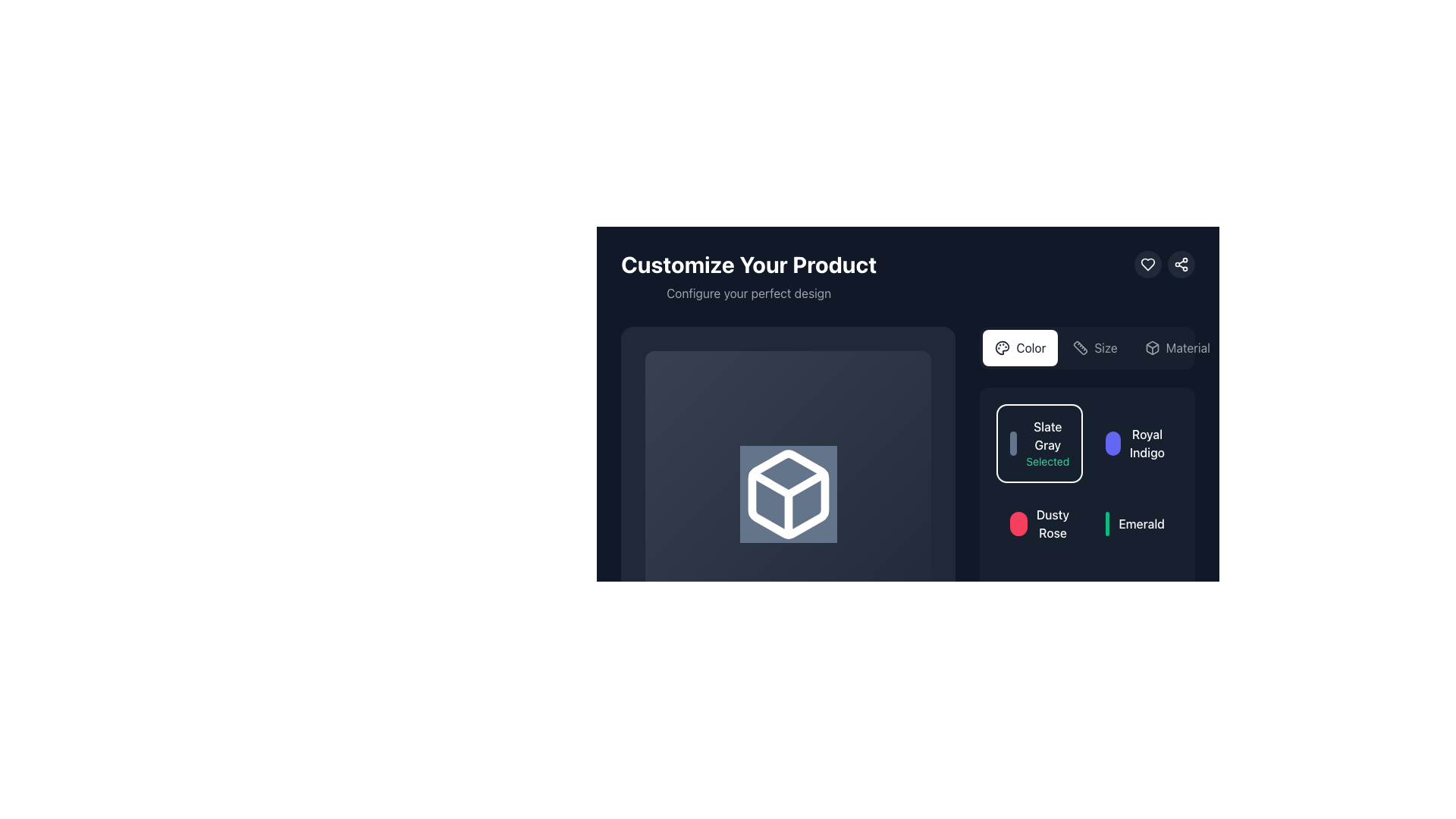  What do you see at coordinates (1046, 444) in the screenshot?
I see `the label indicating the color selection, which consists of a bold 'Slate Gray' on top of a smaller 'Selected' label, located centrally in the right panel under the 'Color' tab` at bounding box center [1046, 444].